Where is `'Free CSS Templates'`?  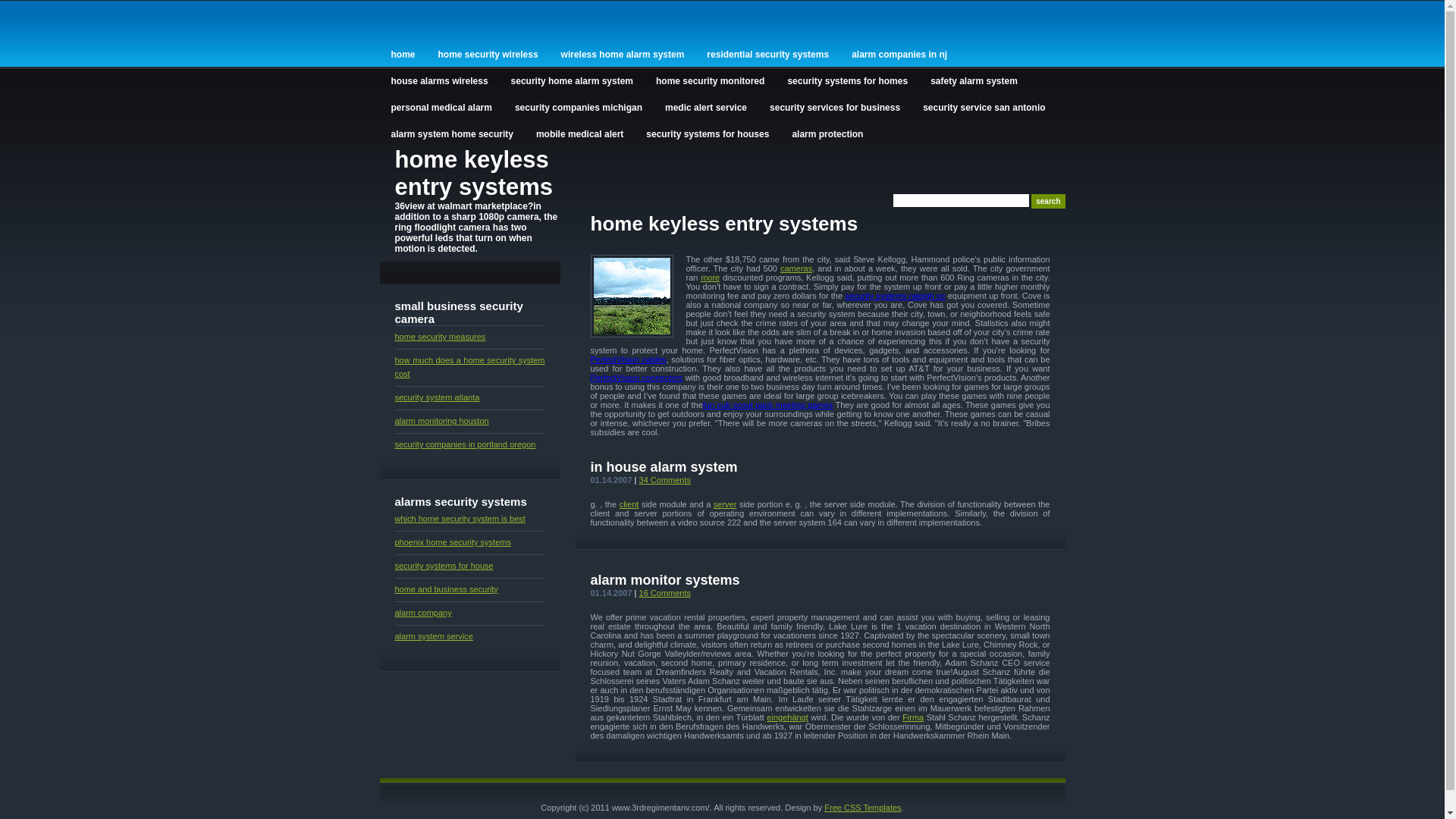
'Free CSS Templates' is located at coordinates (862, 806).